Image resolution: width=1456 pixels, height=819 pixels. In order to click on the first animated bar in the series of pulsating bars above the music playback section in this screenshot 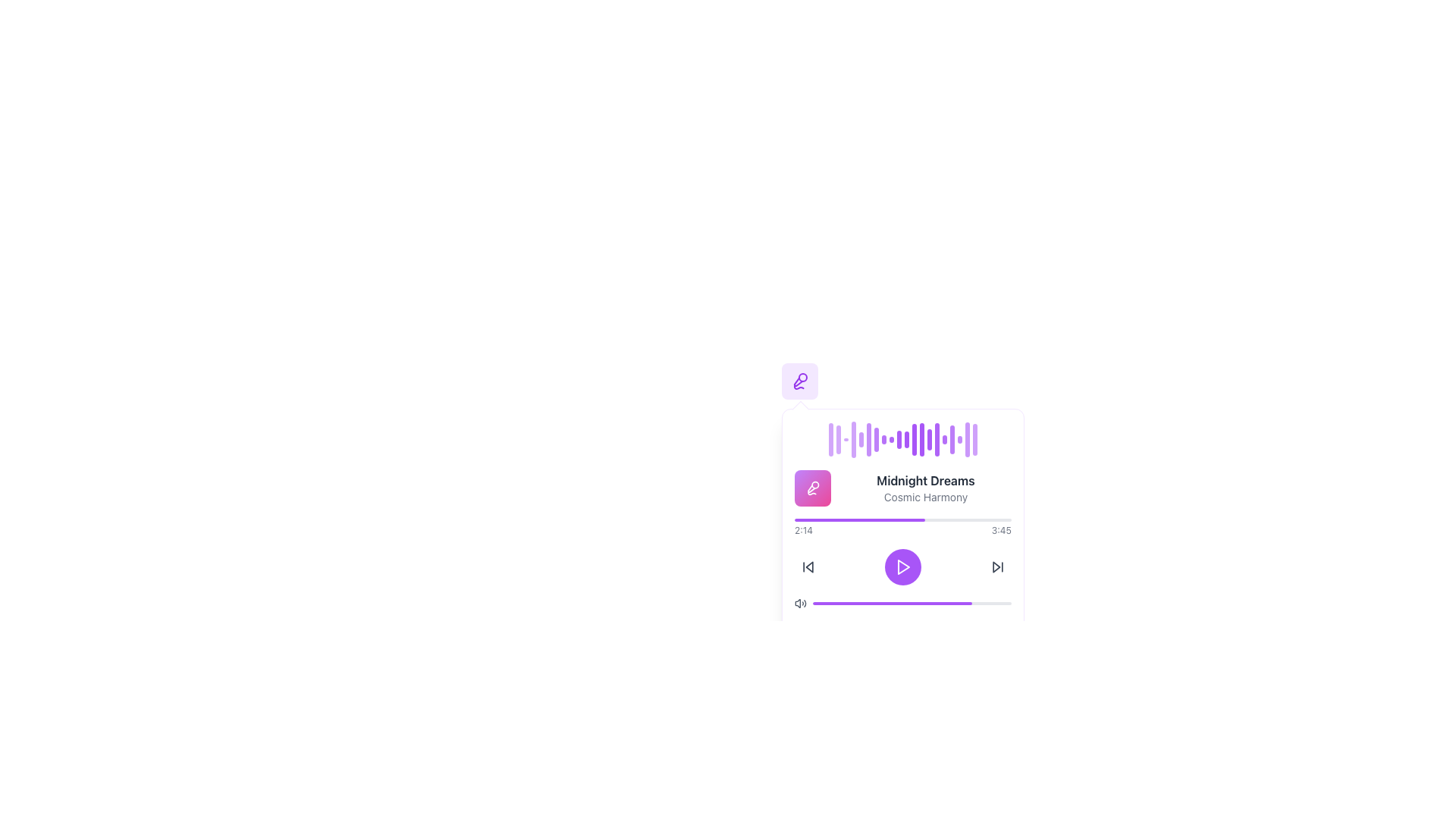, I will do `click(830, 439)`.